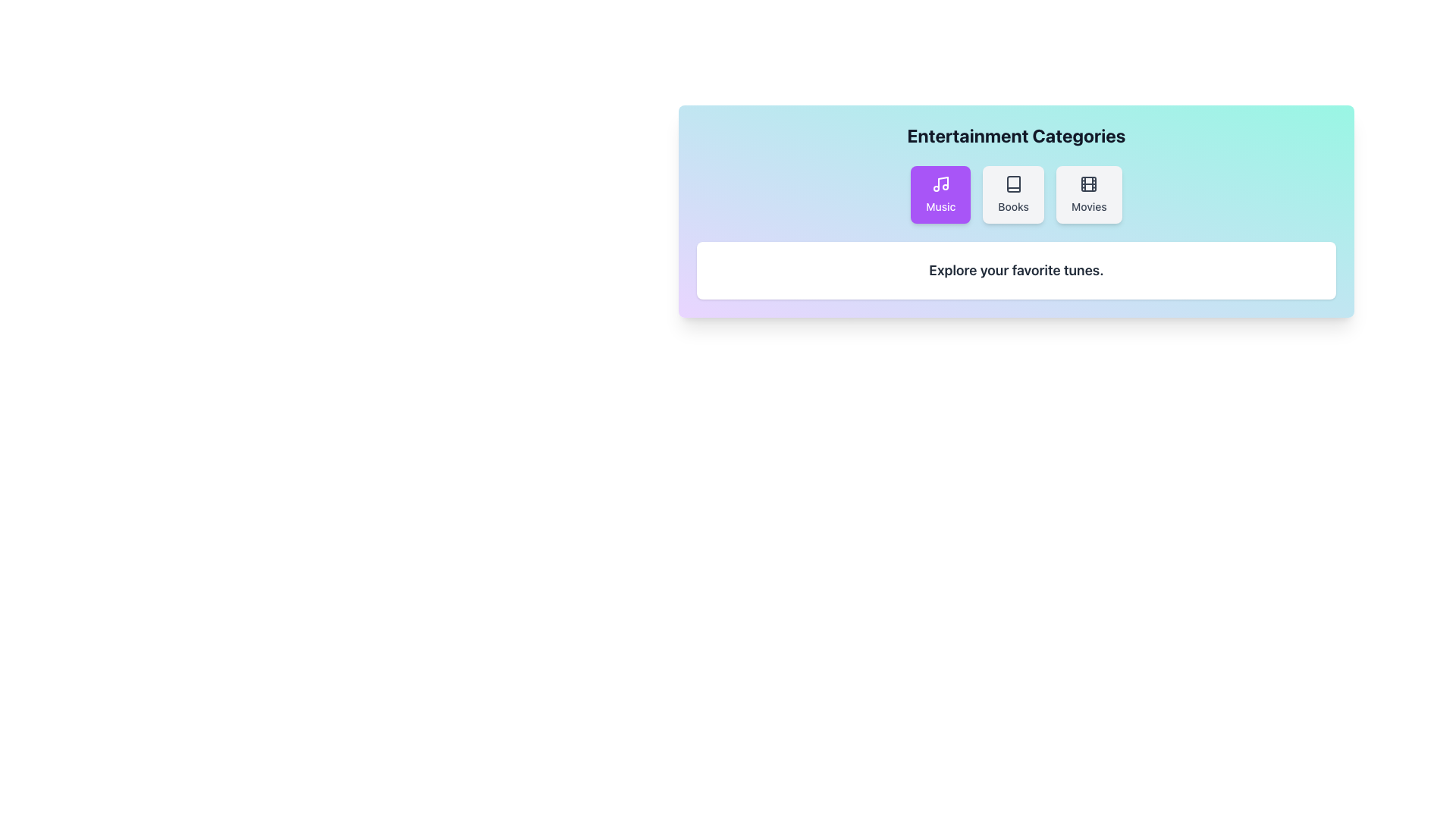  I want to click on the 'Books' button, which is a rectangular button with a light gray background and rounded corners, positioned in the middle of the 'Entertainment Categories' group, so click(1013, 194).